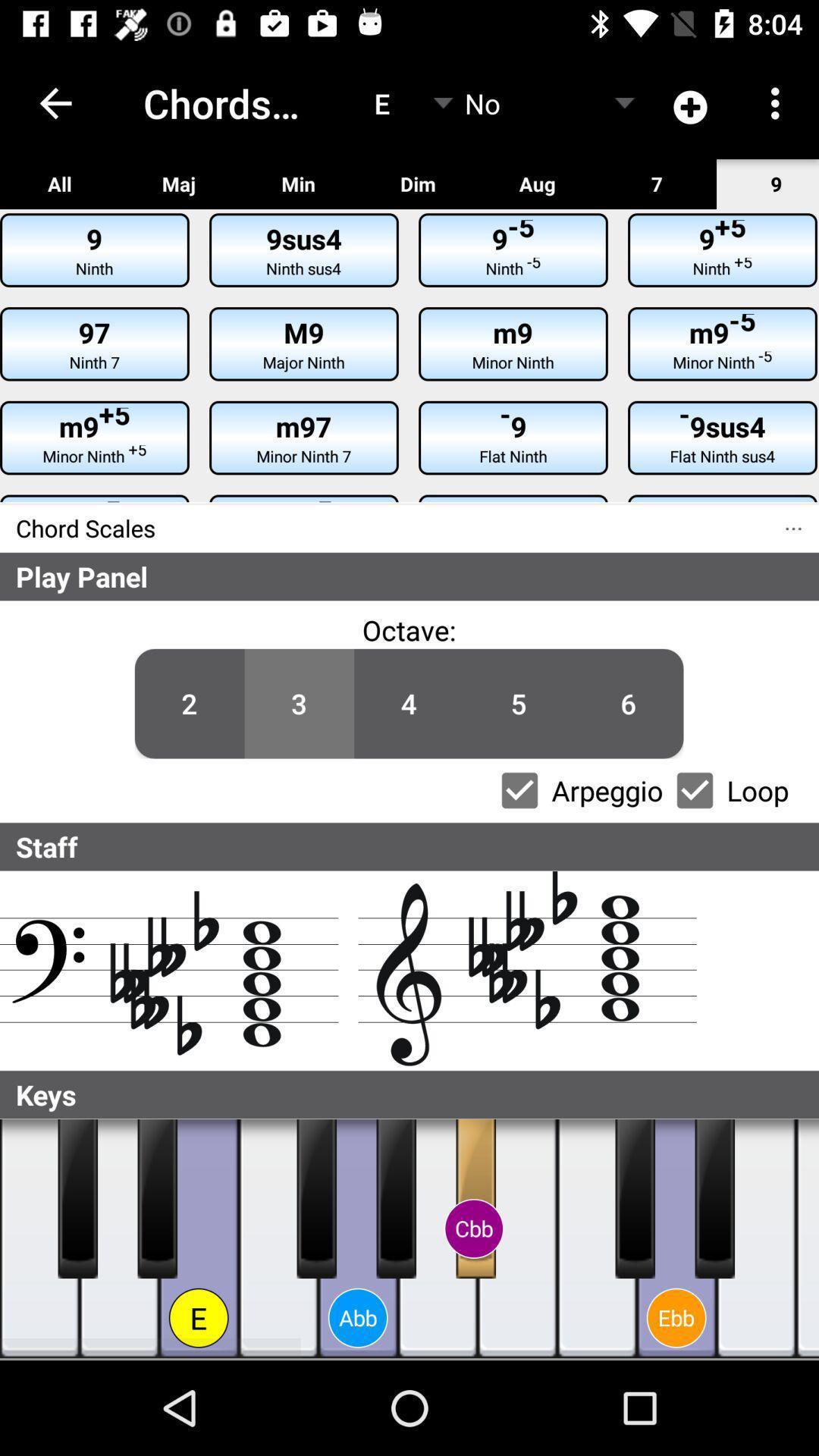 The height and width of the screenshot is (1456, 819). I want to click on play music note, so click(118, 1238).